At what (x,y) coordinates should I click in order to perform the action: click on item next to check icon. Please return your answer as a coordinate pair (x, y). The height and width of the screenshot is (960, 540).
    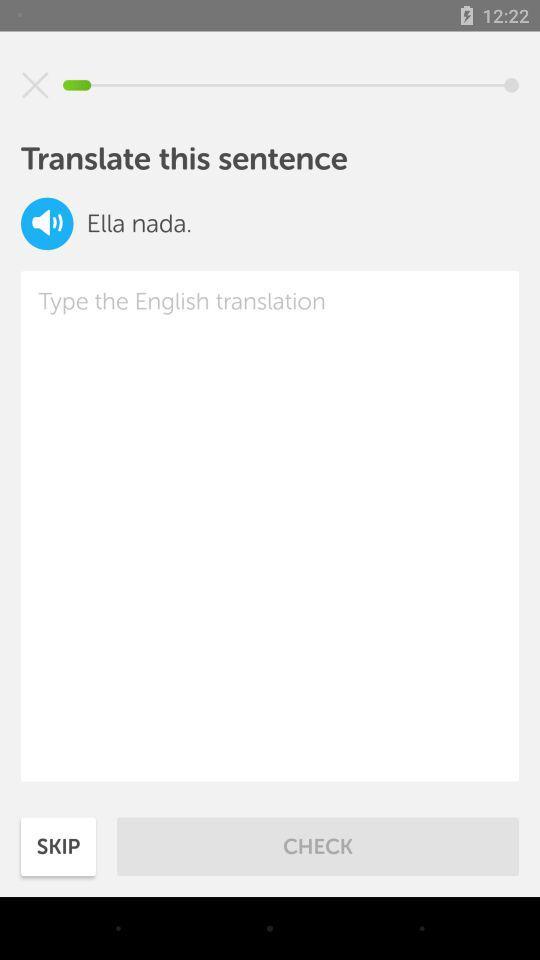
    Looking at the image, I should click on (58, 845).